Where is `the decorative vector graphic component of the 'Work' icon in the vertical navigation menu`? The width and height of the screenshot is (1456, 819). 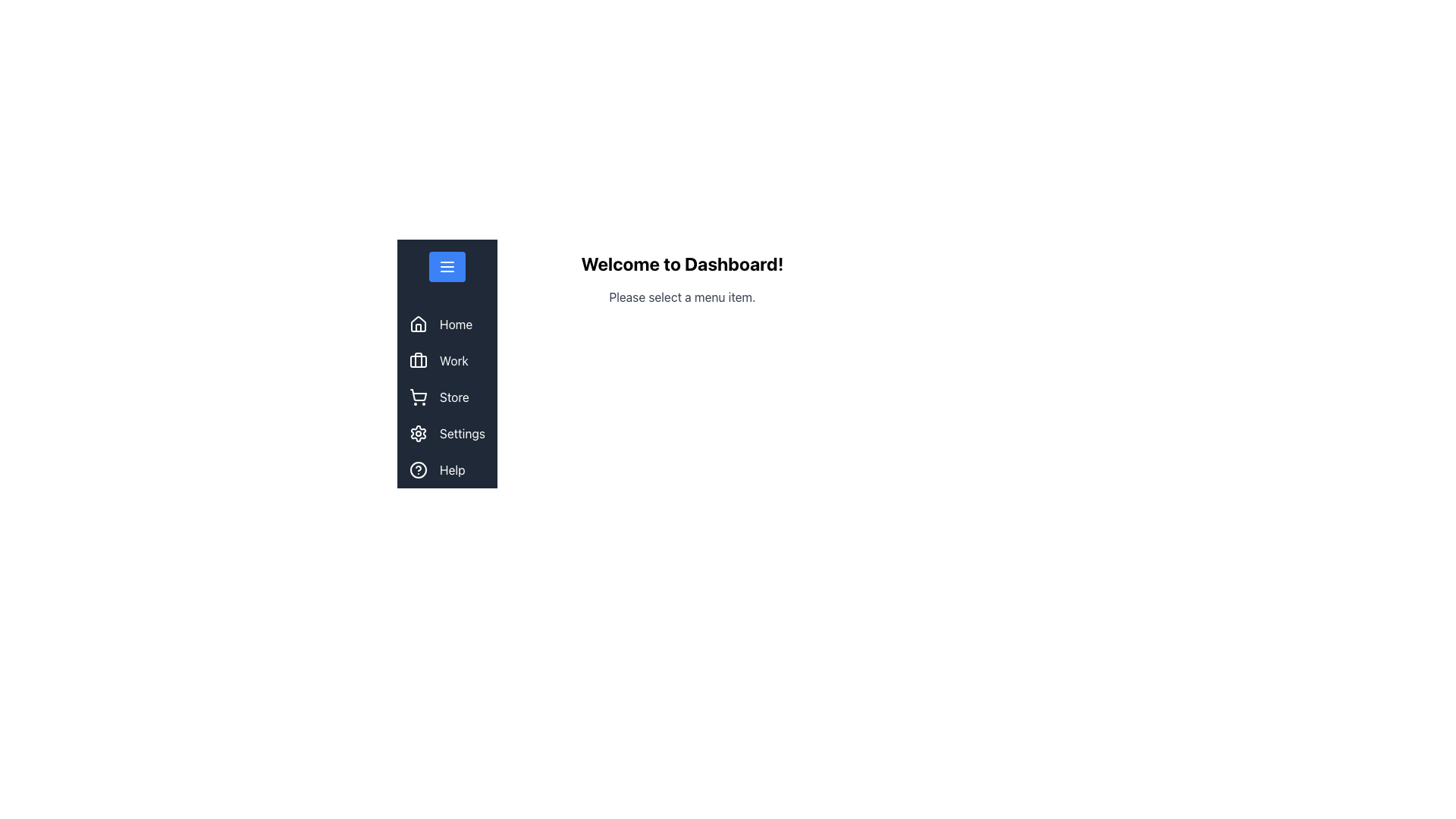
the decorative vector graphic component of the 'Work' icon in the vertical navigation menu is located at coordinates (419, 359).